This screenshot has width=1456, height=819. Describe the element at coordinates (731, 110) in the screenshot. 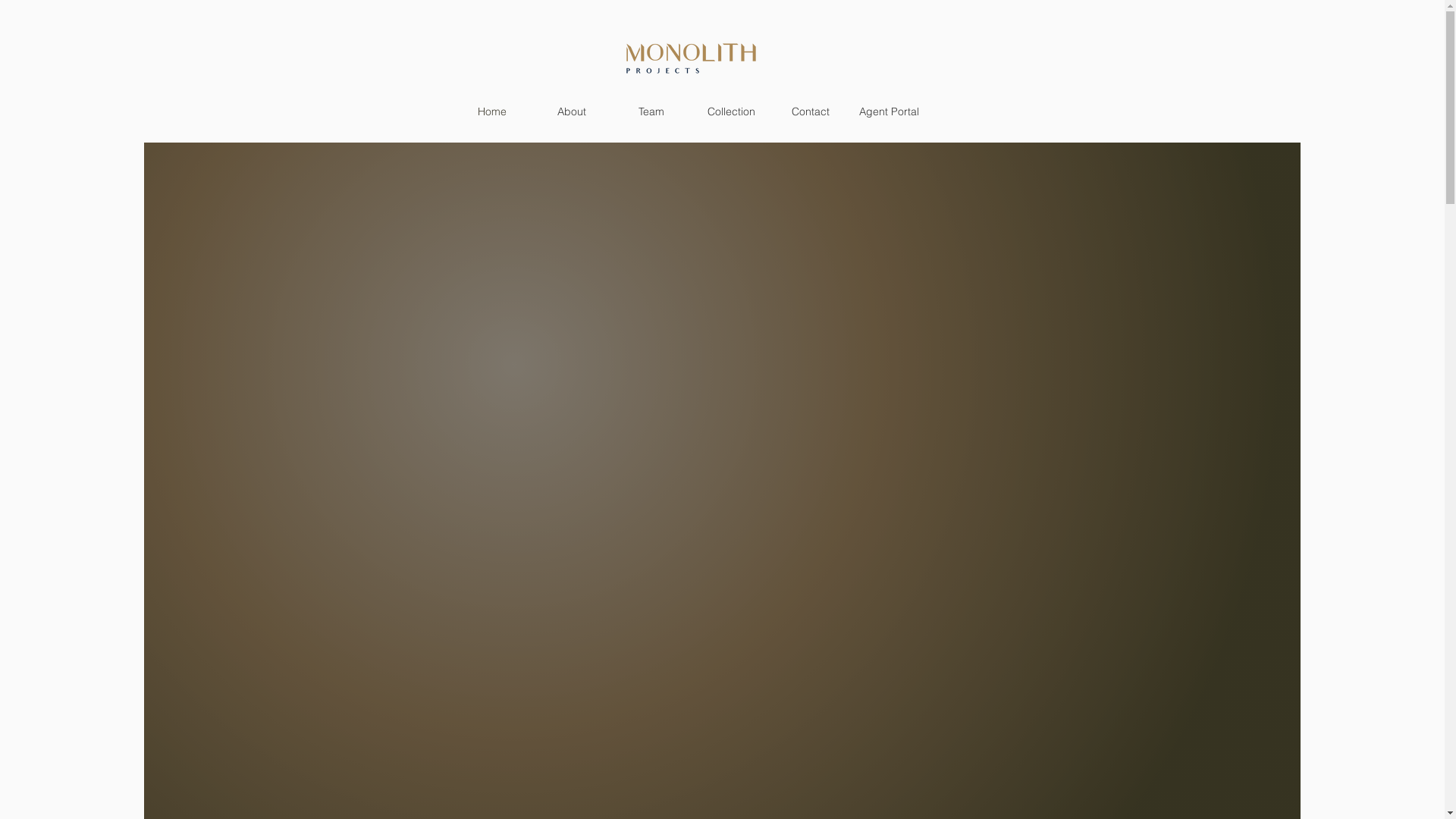

I see `'Collection'` at that location.